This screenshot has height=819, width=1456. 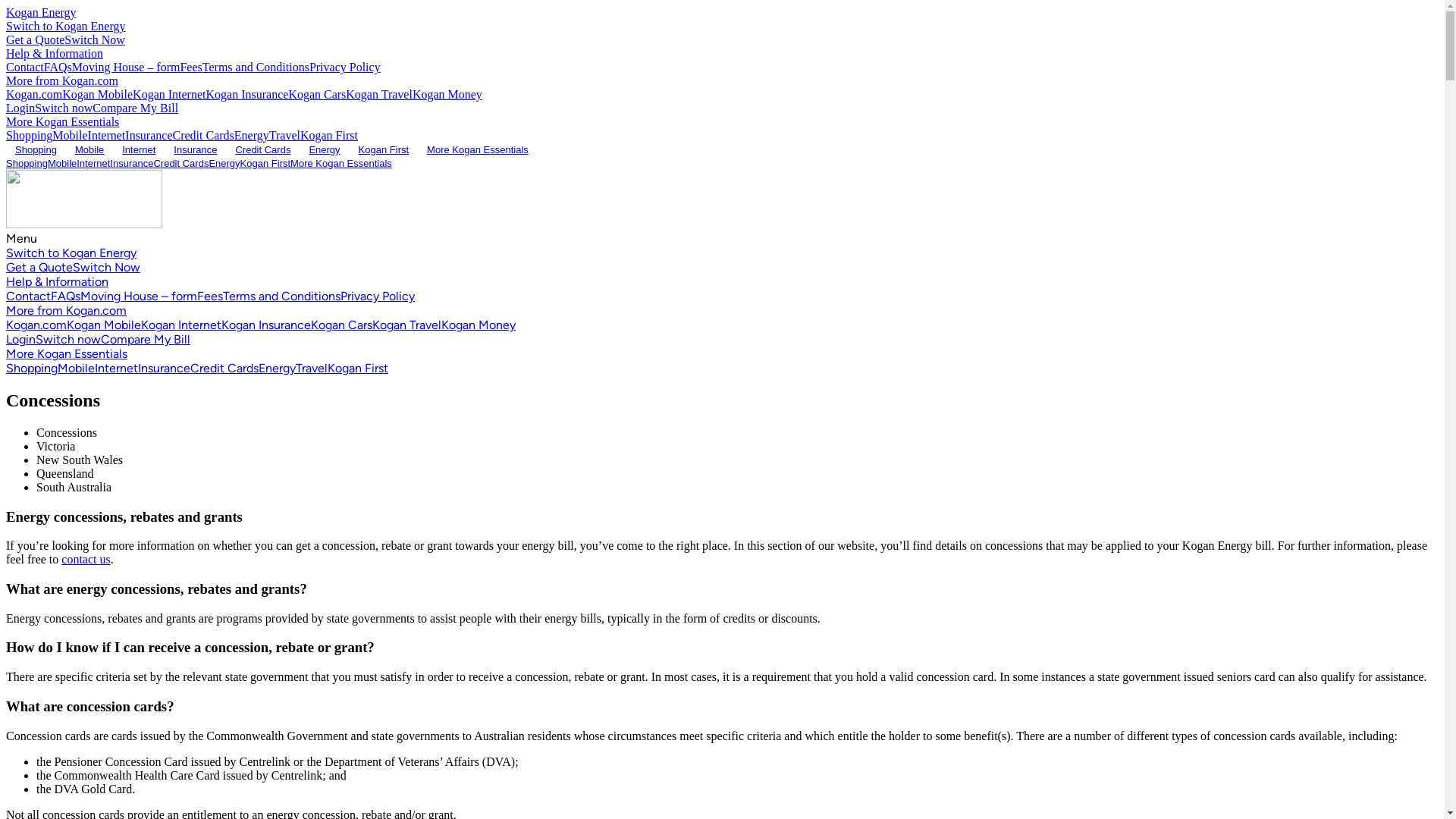 I want to click on 'Switch Now', so click(x=93, y=39).